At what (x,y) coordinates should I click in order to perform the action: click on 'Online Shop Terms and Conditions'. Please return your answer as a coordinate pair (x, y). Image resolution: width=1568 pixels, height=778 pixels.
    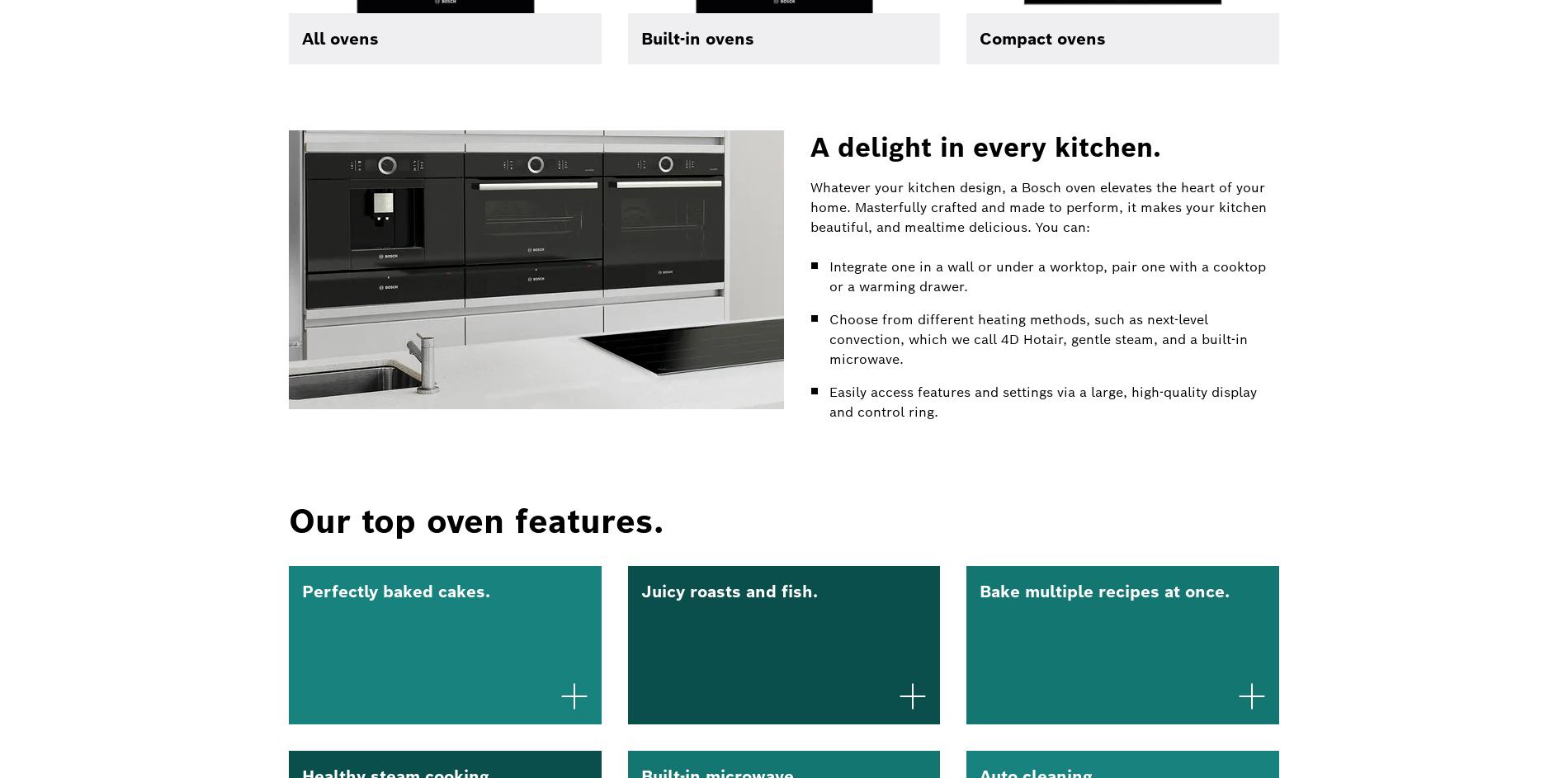
    Looking at the image, I should click on (874, 215).